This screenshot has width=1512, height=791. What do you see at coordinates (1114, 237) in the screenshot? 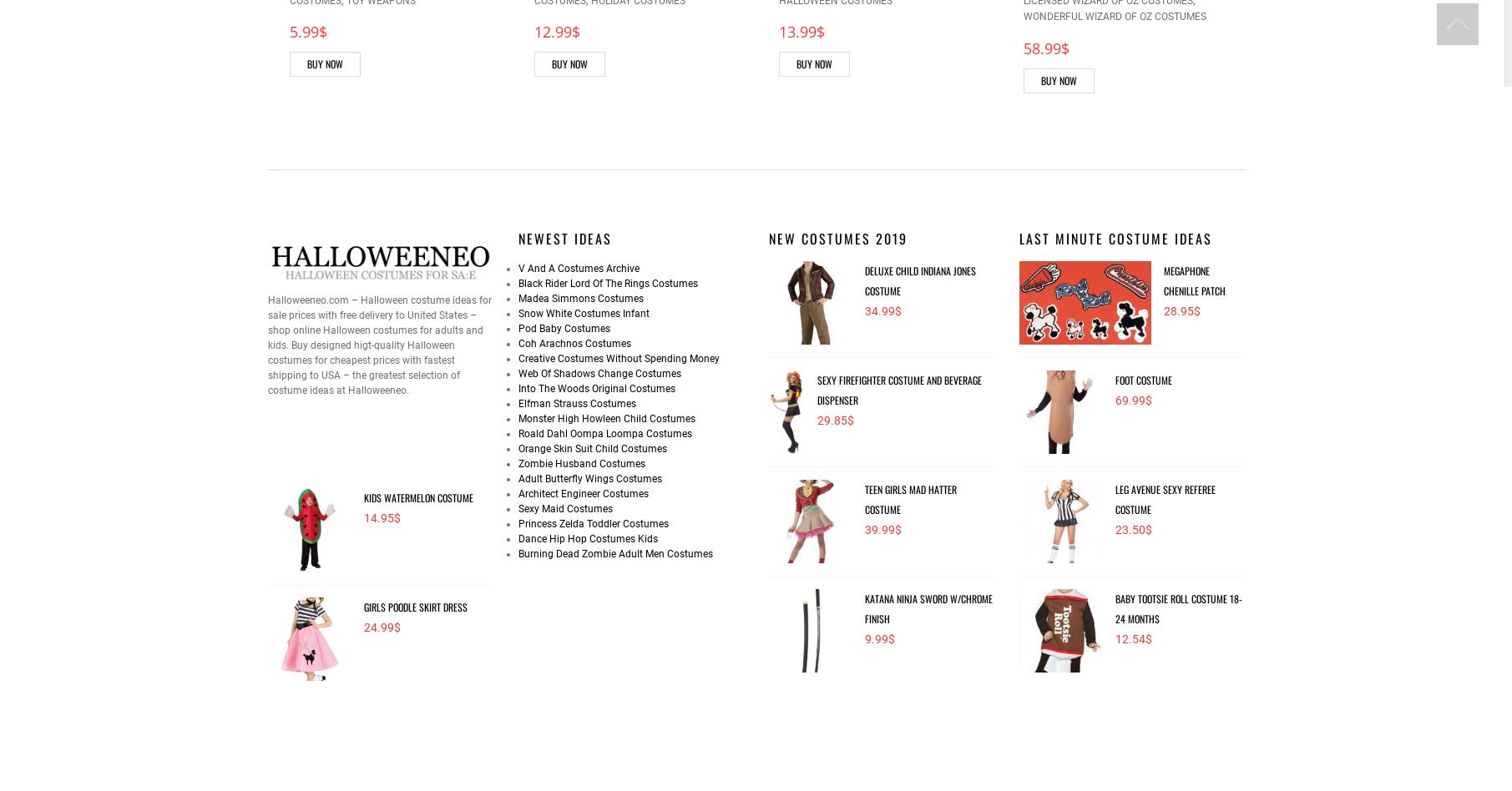
I see `'Last Minute Costume Ideas'` at bounding box center [1114, 237].